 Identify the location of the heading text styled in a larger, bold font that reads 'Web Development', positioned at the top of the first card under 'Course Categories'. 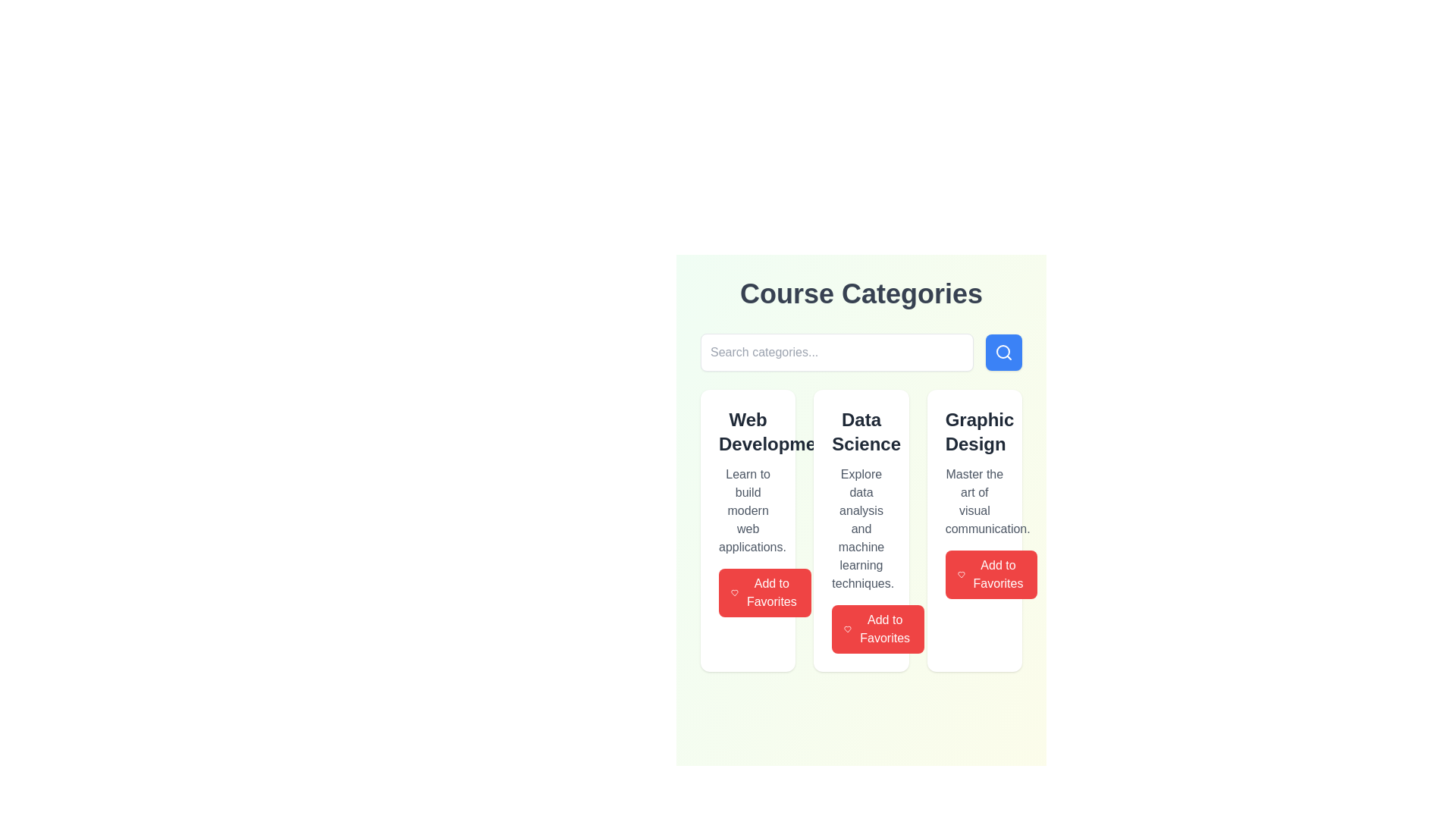
(748, 432).